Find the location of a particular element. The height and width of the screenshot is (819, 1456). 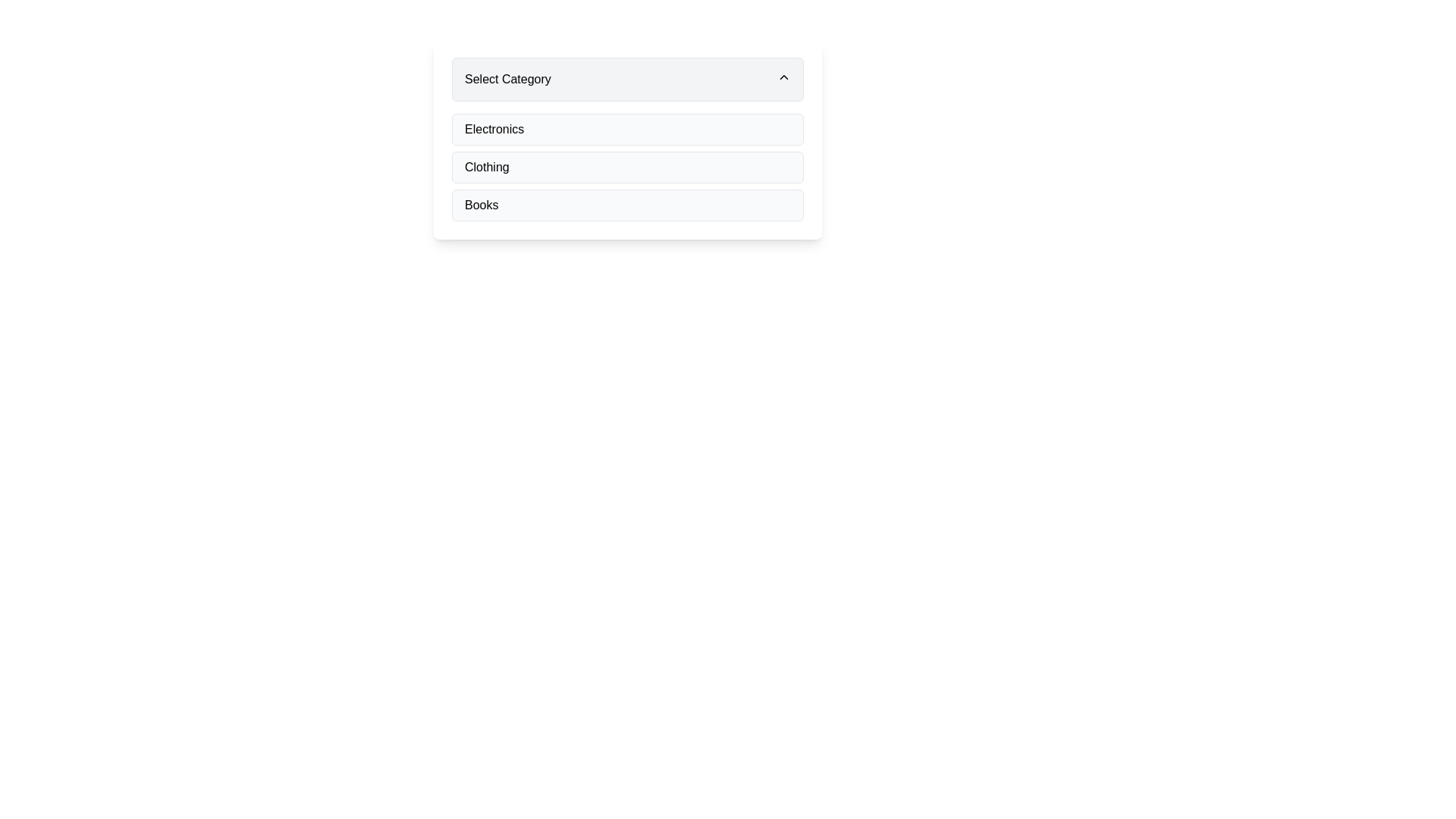

the 'Clothing' option in the dropdown menu is located at coordinates (487, 167).